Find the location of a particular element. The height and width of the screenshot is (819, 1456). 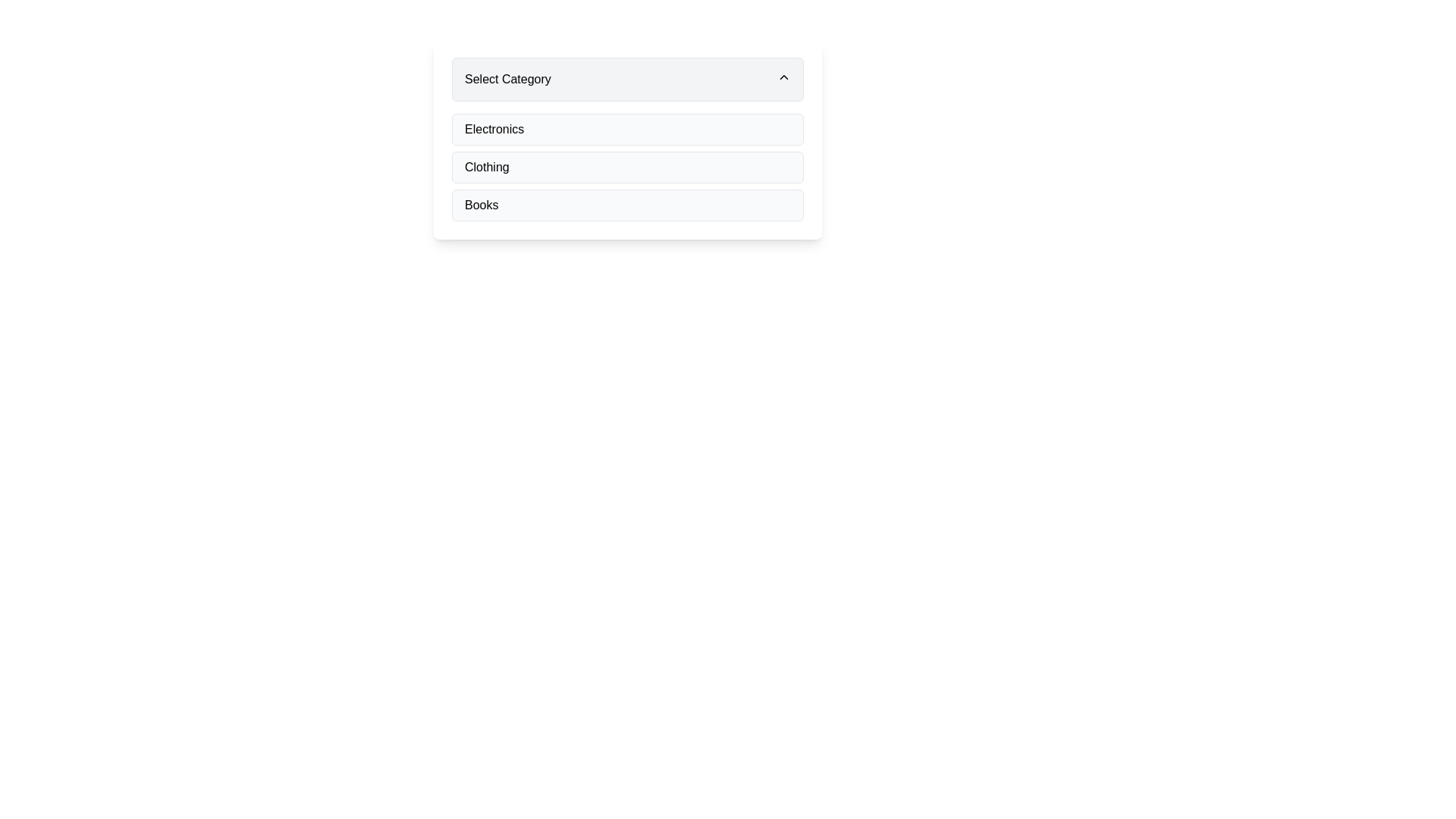

the 'Clothing' option in the dropdown menu is located at coordinates (487, 167).